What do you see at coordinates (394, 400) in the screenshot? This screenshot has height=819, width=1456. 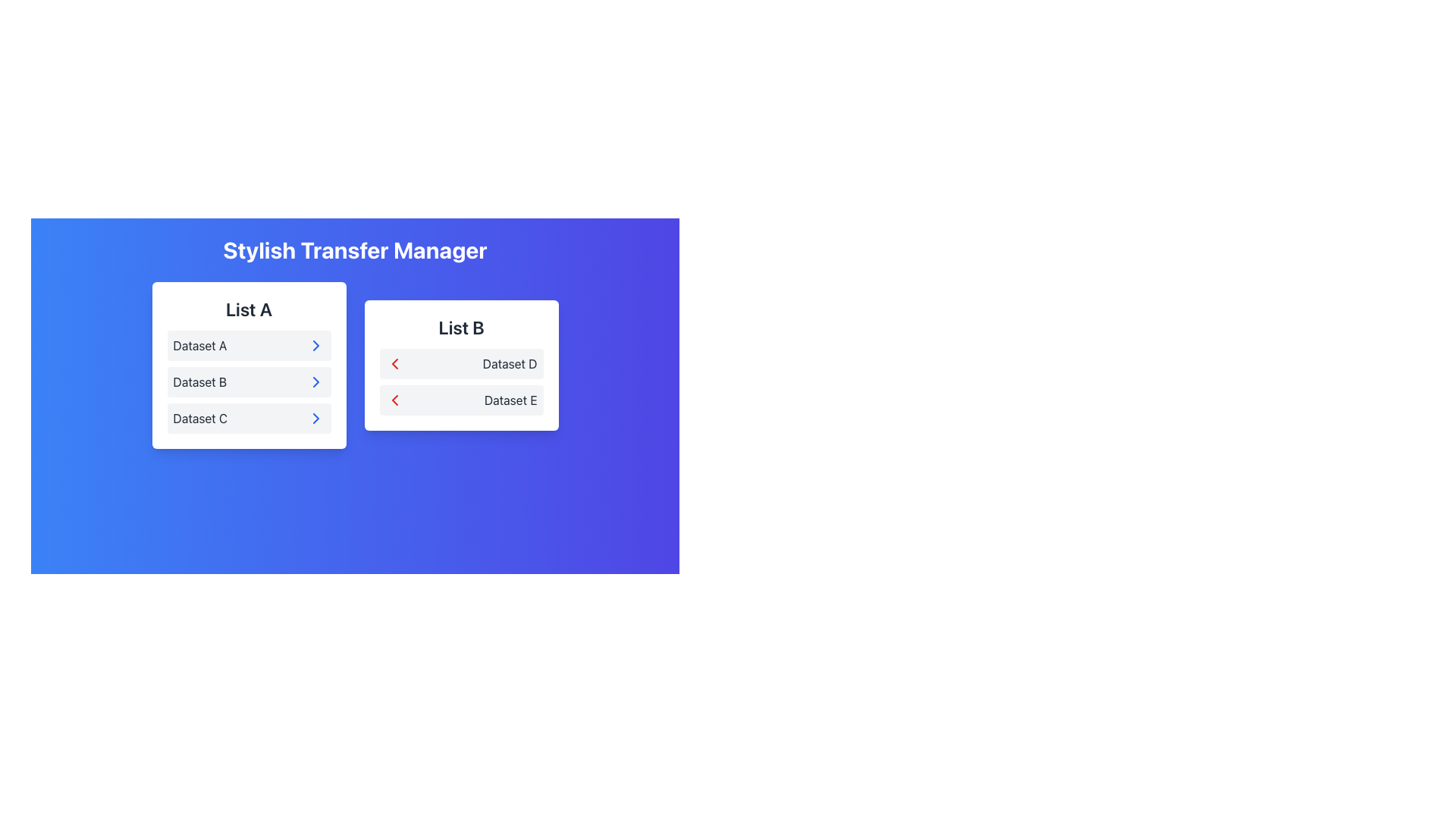 I see `the button located to the left of the text 'Dataset E' in the right-hand box labeled 'List B' to check if additional information or a tooltip appears` at bounding box center [394, 400].